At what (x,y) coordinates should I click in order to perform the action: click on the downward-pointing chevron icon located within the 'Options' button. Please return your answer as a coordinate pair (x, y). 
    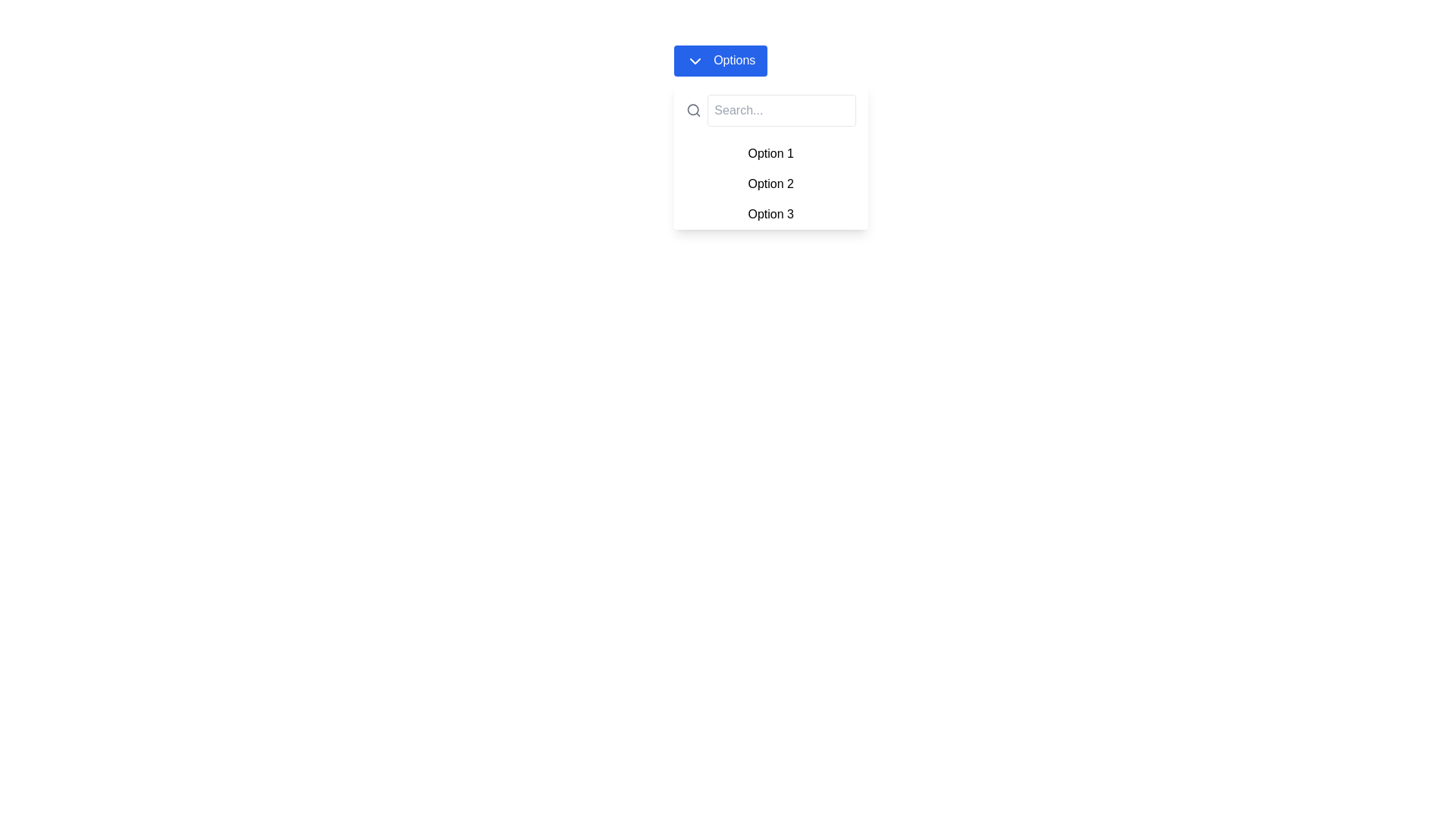
    Looking at the image, I should click on (694, 60).